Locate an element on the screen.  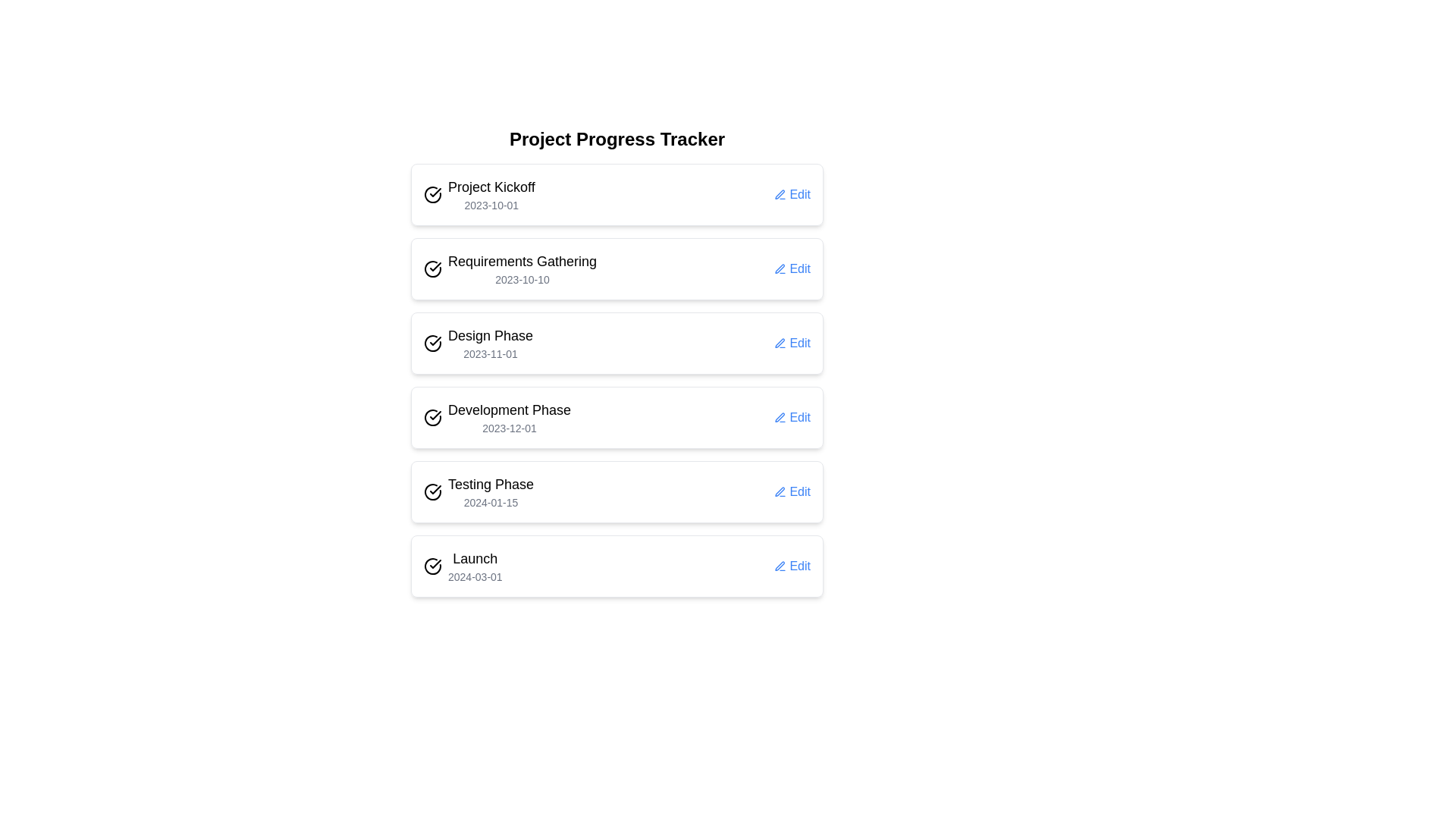
the blue, underlined 'Edit' hyperlink with a pencil icon, located at the far right of the 'Development Phase' section dated '2023-12-01', to initiate the editing process is located at coordinates (792, 418).